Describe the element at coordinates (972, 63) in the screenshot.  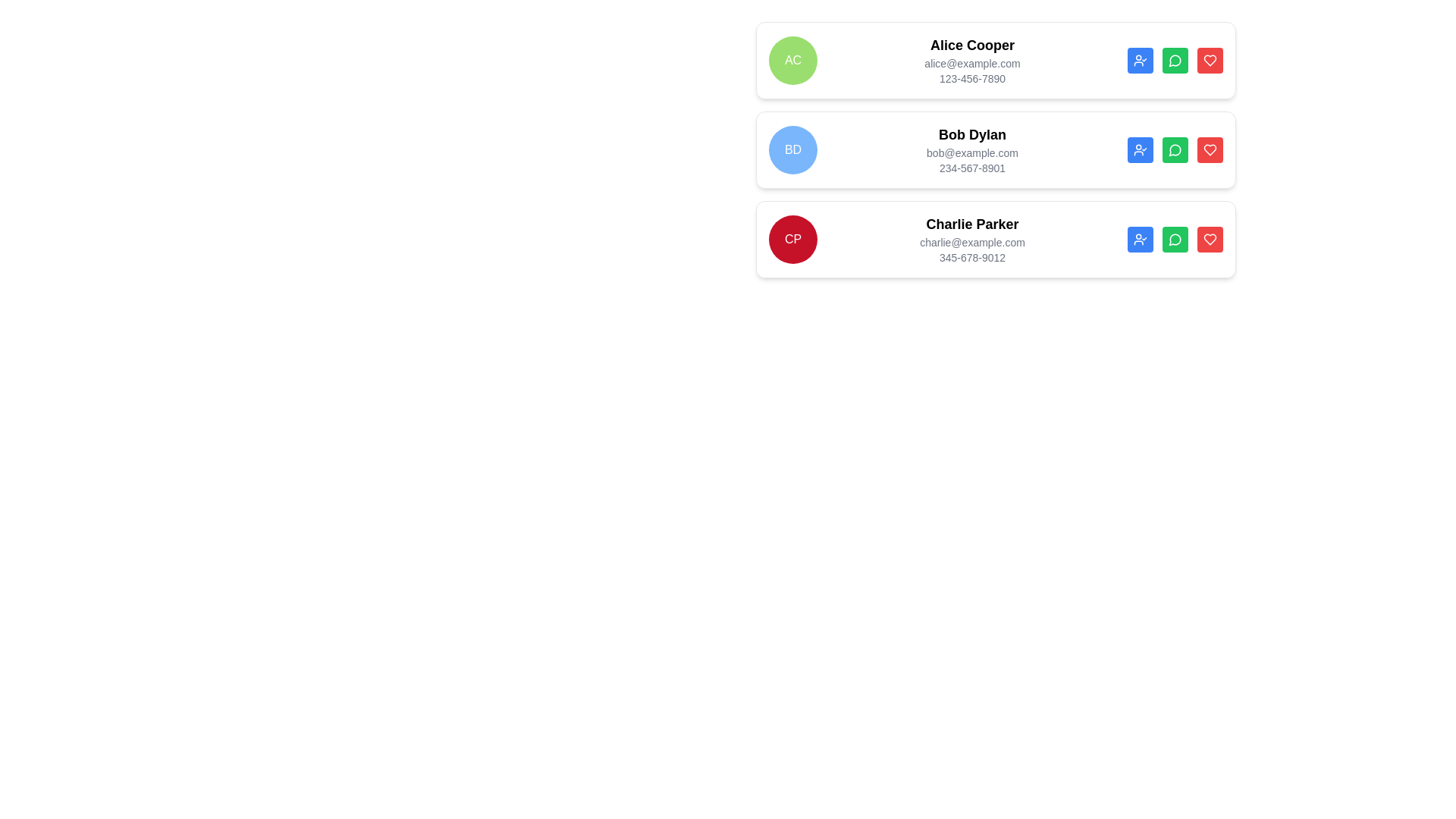
I see `the static text label displaying the email address, which is styled in a smaller gray font and positioned beneath 'Alice Cooper' in the contact card layout` at that location.